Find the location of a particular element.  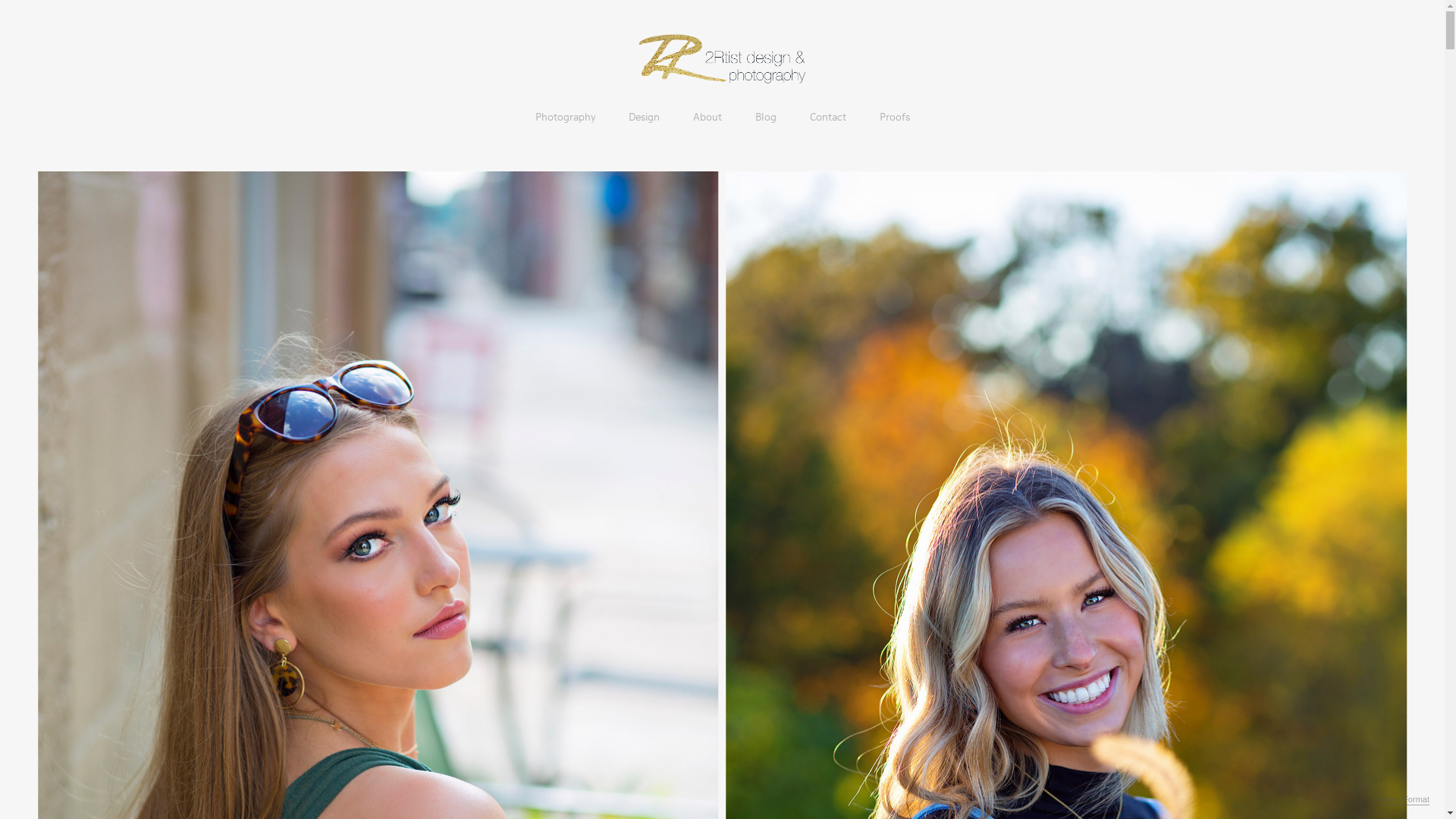

'Photography' is located at coordinates (564, 116).